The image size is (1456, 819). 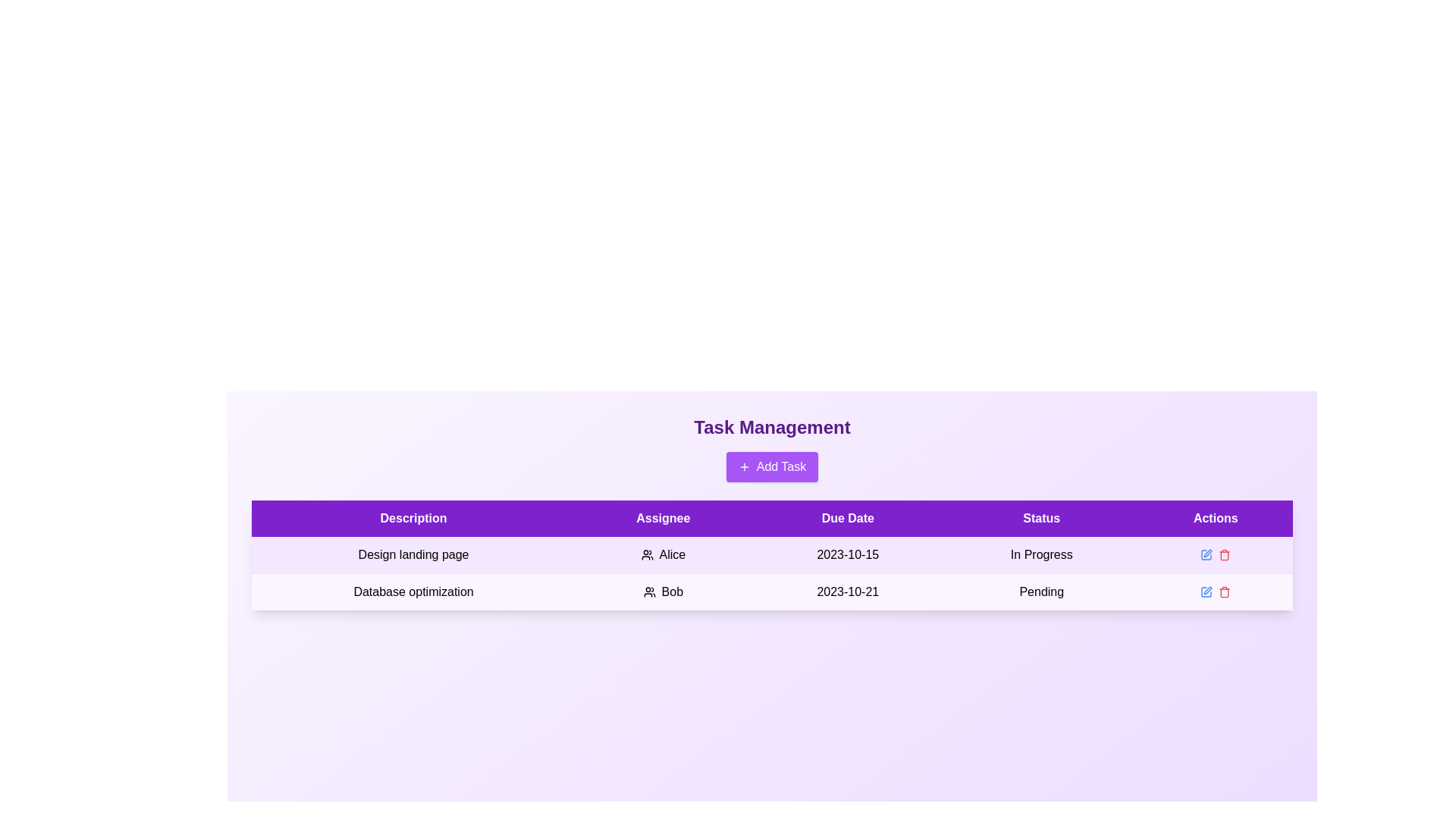 What do you see at coordinates (647, 555) in the screenshot?
I see `the graphical icon representing user silhouettes in the 'Assignee' column of the task management table, adjacent to 'Alice' in the row for 'Design landing page'` at bounding box center [647, 555].